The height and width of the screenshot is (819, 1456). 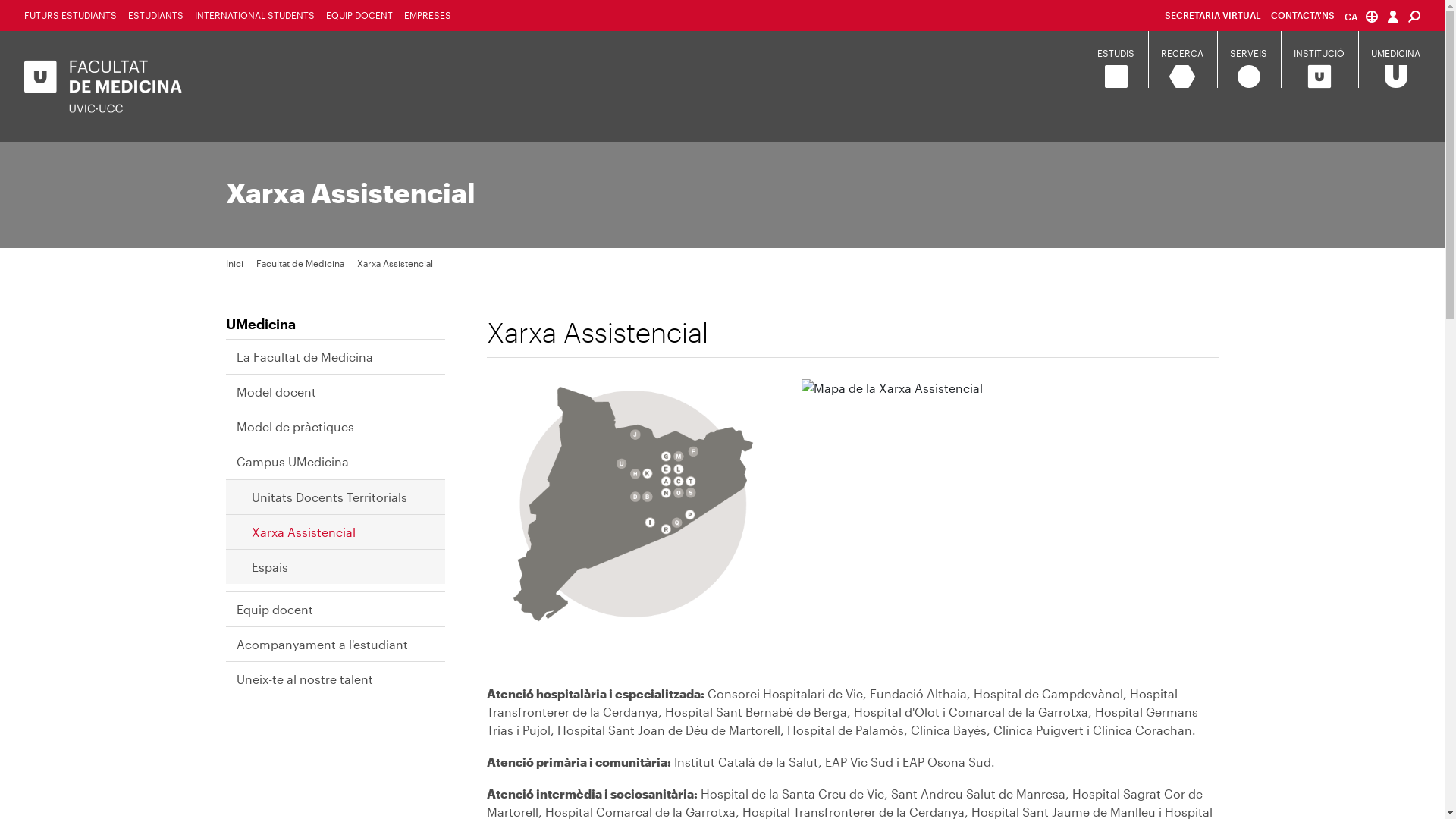 What do you see at coordinates (1361, 16) in the screenshot?
I see `'CA'` at bounding box center [1361, 16].